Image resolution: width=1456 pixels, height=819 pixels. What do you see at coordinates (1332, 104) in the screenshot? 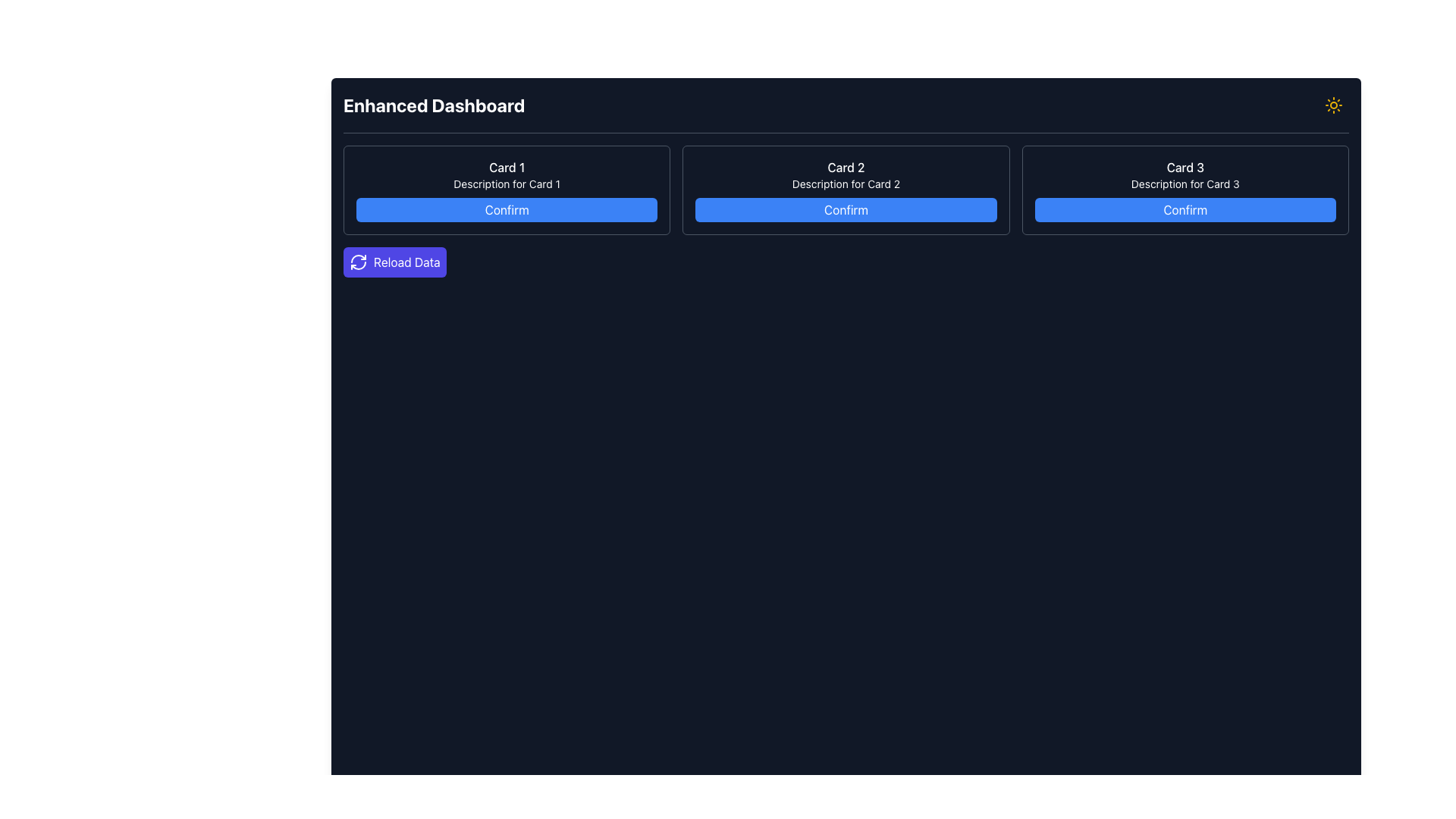
I see `the sun-shaped icon located in the top-right corner of the interface, which is styled in yellow and has distinct rays and a circular center` at bounding box center [1332, 104].